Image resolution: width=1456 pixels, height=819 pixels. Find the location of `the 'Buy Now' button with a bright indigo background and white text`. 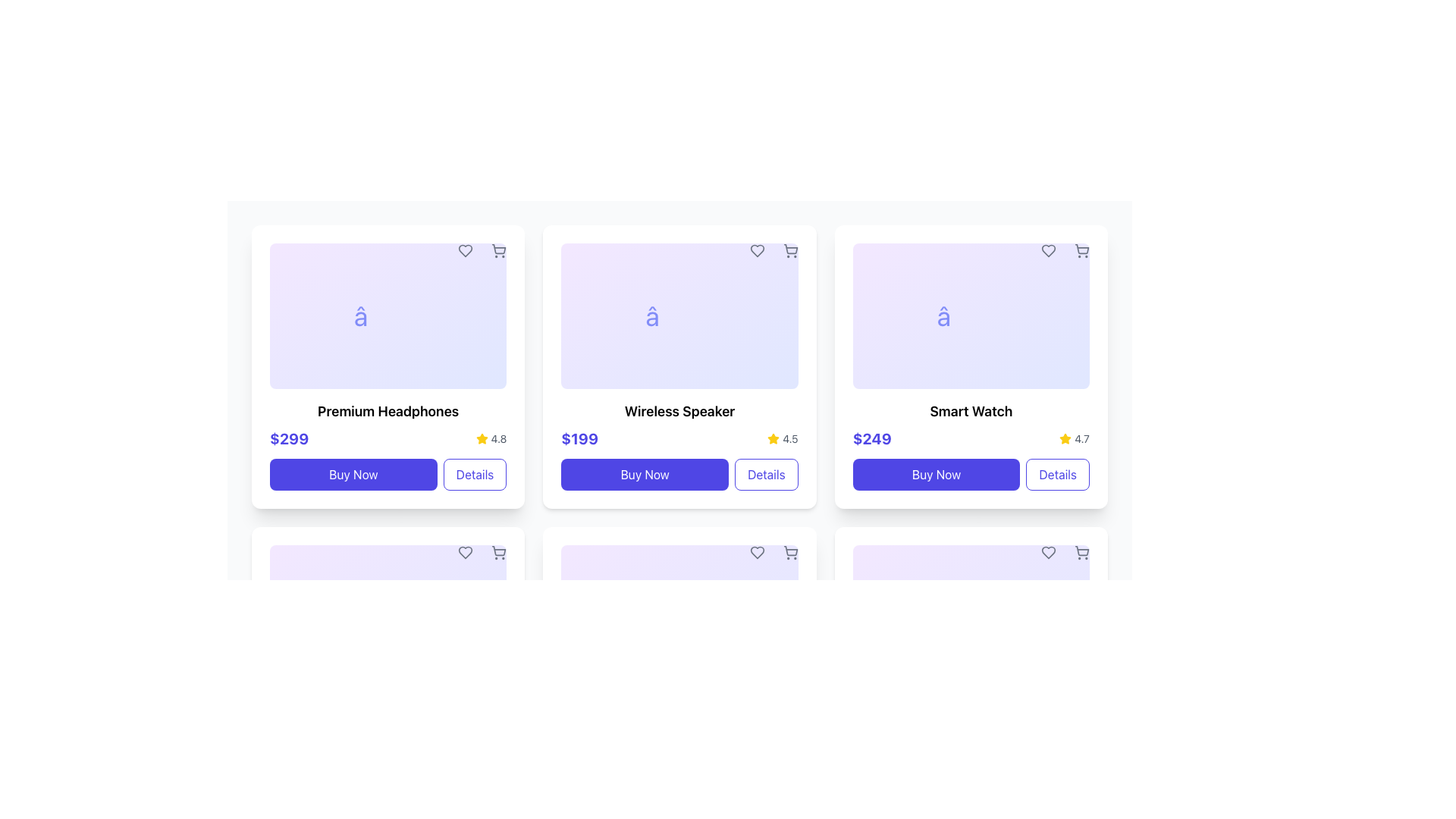

the 'Buy Now' button with a bright indigo background and white text is located at coordinates (935, 473).